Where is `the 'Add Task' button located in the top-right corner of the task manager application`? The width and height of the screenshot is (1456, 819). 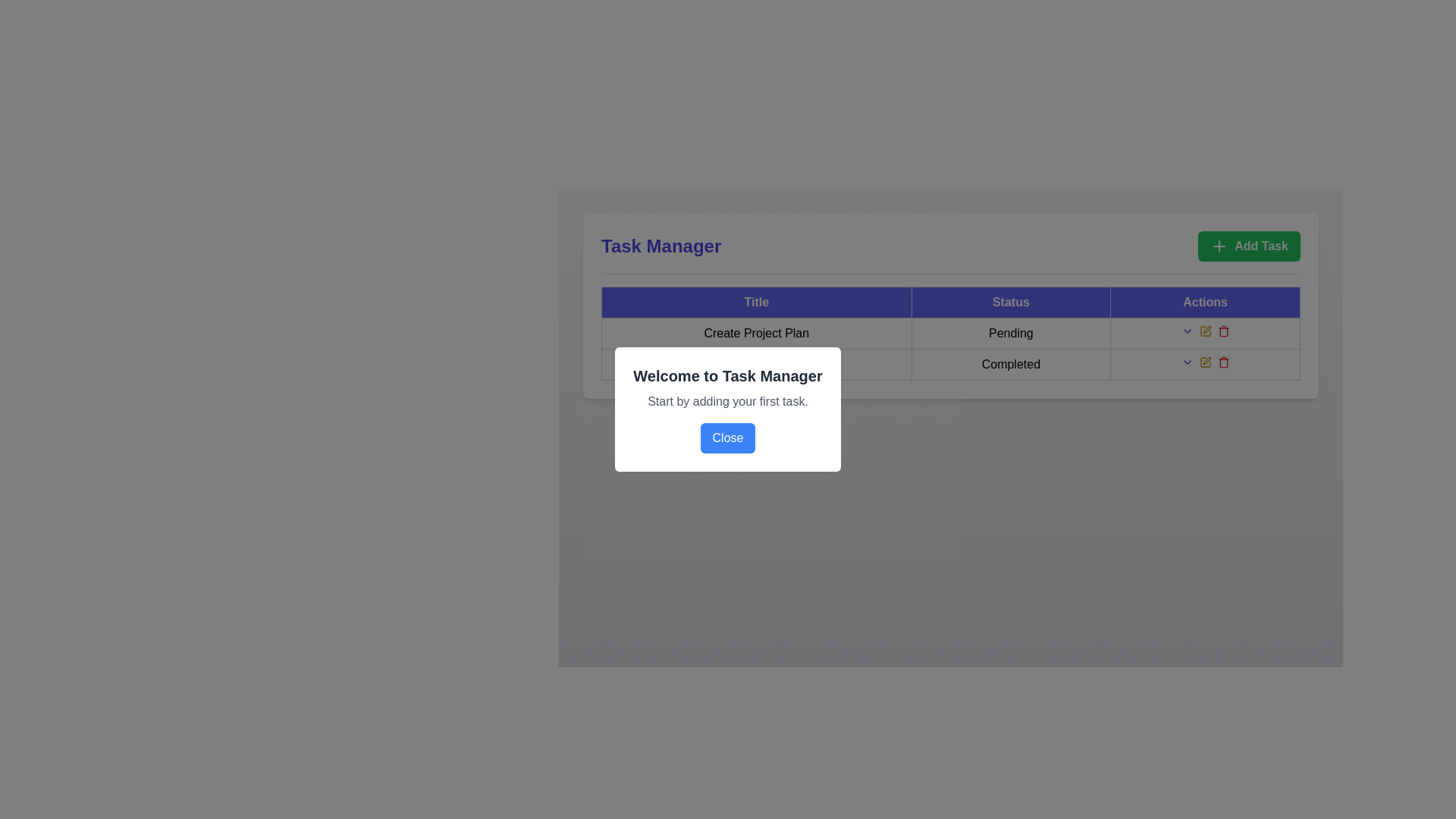 the 'Add Task' button located in the top-right corner of the task manager application is located at coordinates (1249, 245).